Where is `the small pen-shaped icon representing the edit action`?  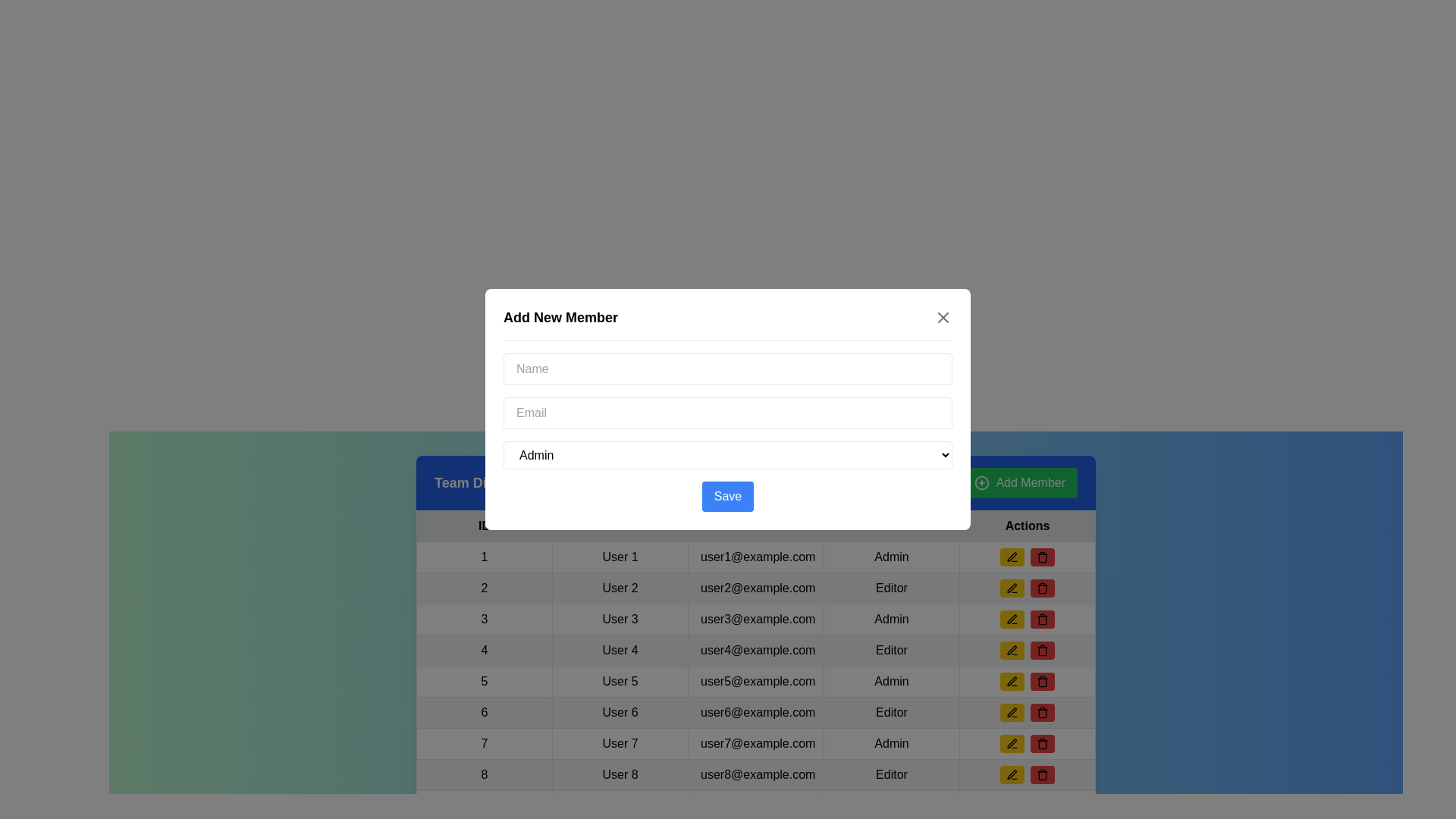
the small pen-shaped icon representing the edit action is located at coordinates (1012, 775).